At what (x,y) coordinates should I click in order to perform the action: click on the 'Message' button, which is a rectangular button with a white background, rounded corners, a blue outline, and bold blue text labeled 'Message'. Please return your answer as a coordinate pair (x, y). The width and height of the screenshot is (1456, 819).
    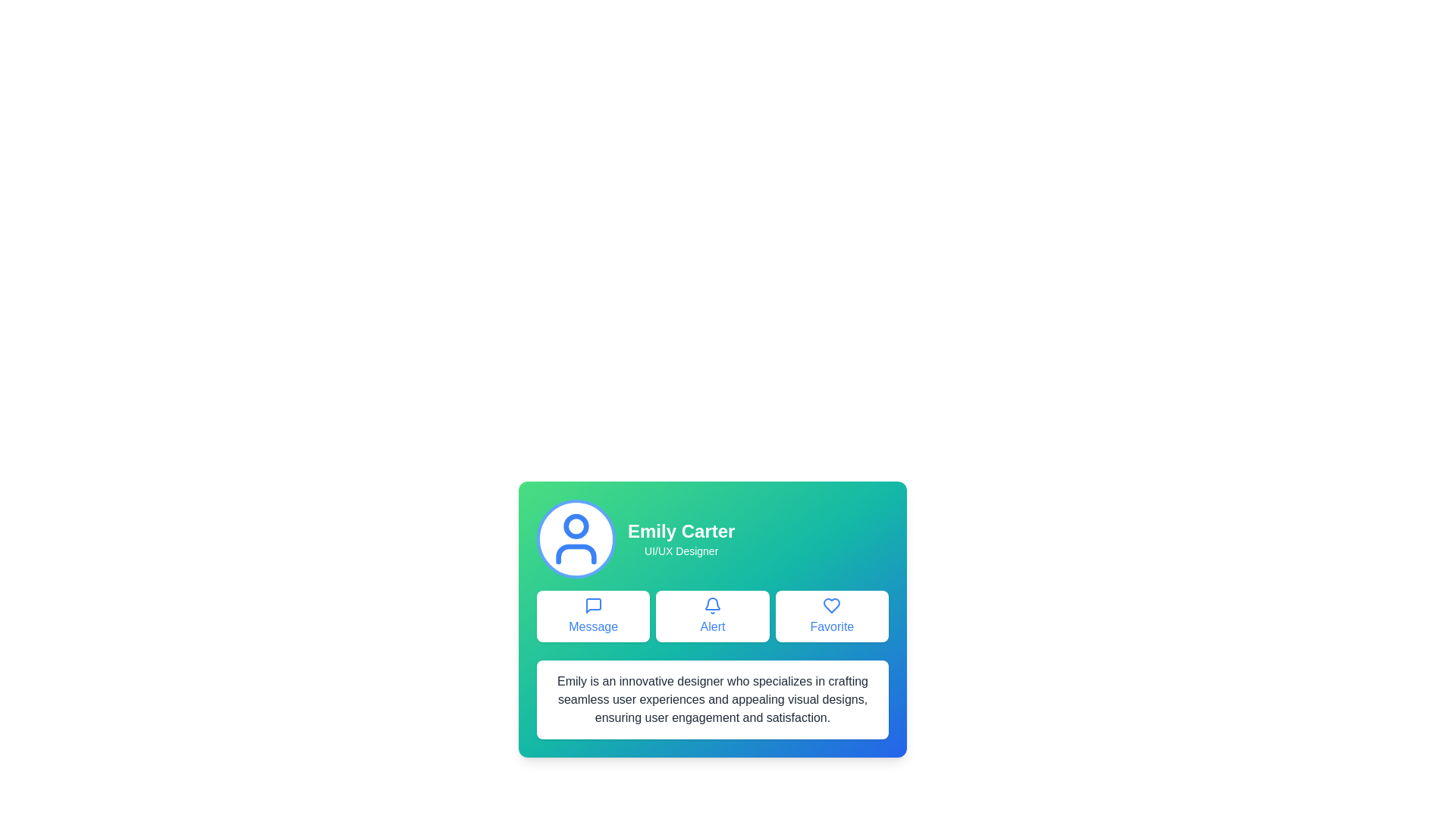
    Looking at the image, I should click on (592, 617).